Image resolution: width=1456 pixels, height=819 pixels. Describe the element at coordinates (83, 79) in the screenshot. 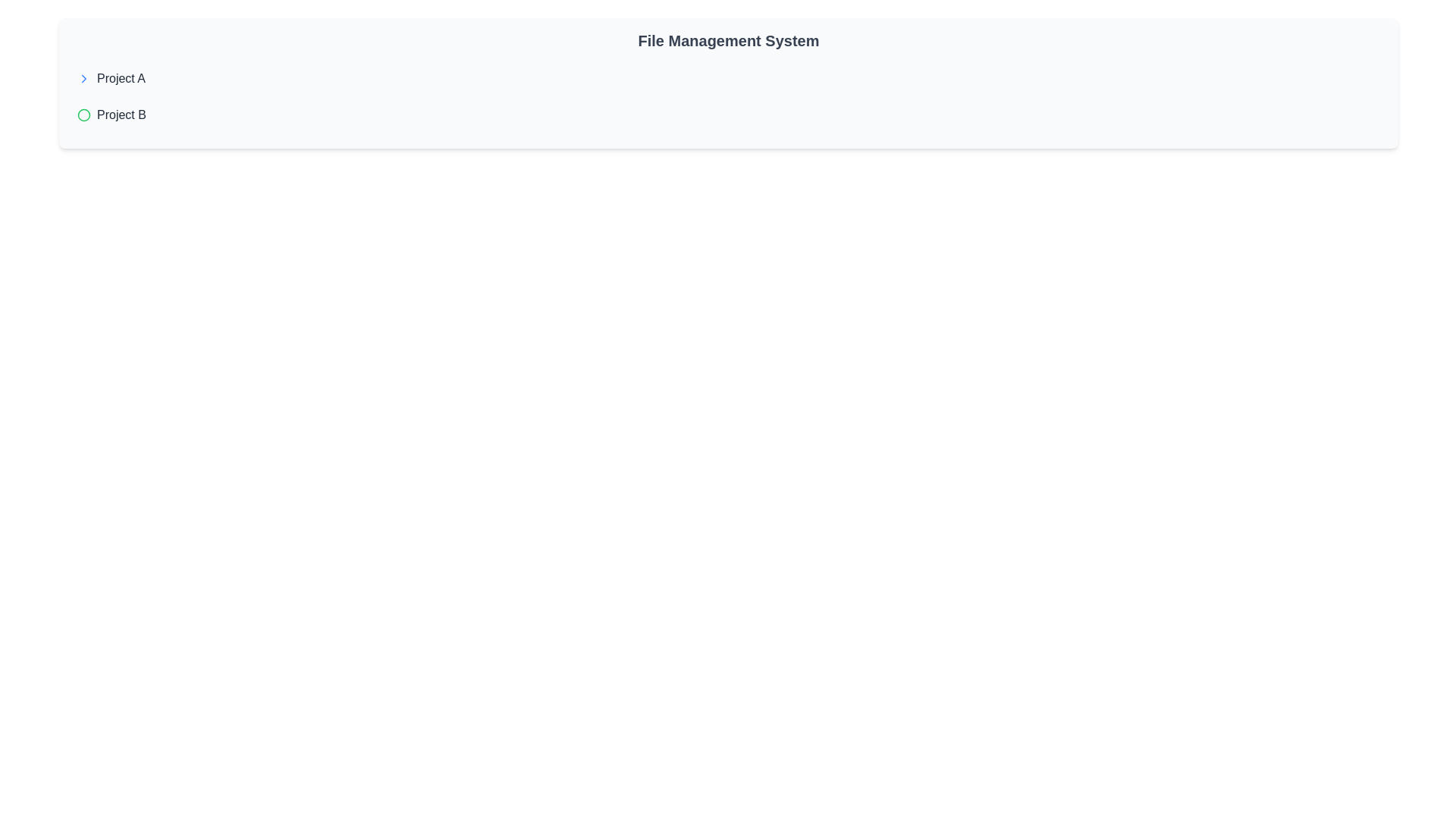

I see `the chevron icon indicating expandability or navigation next to the label 'Project A'` at that location.